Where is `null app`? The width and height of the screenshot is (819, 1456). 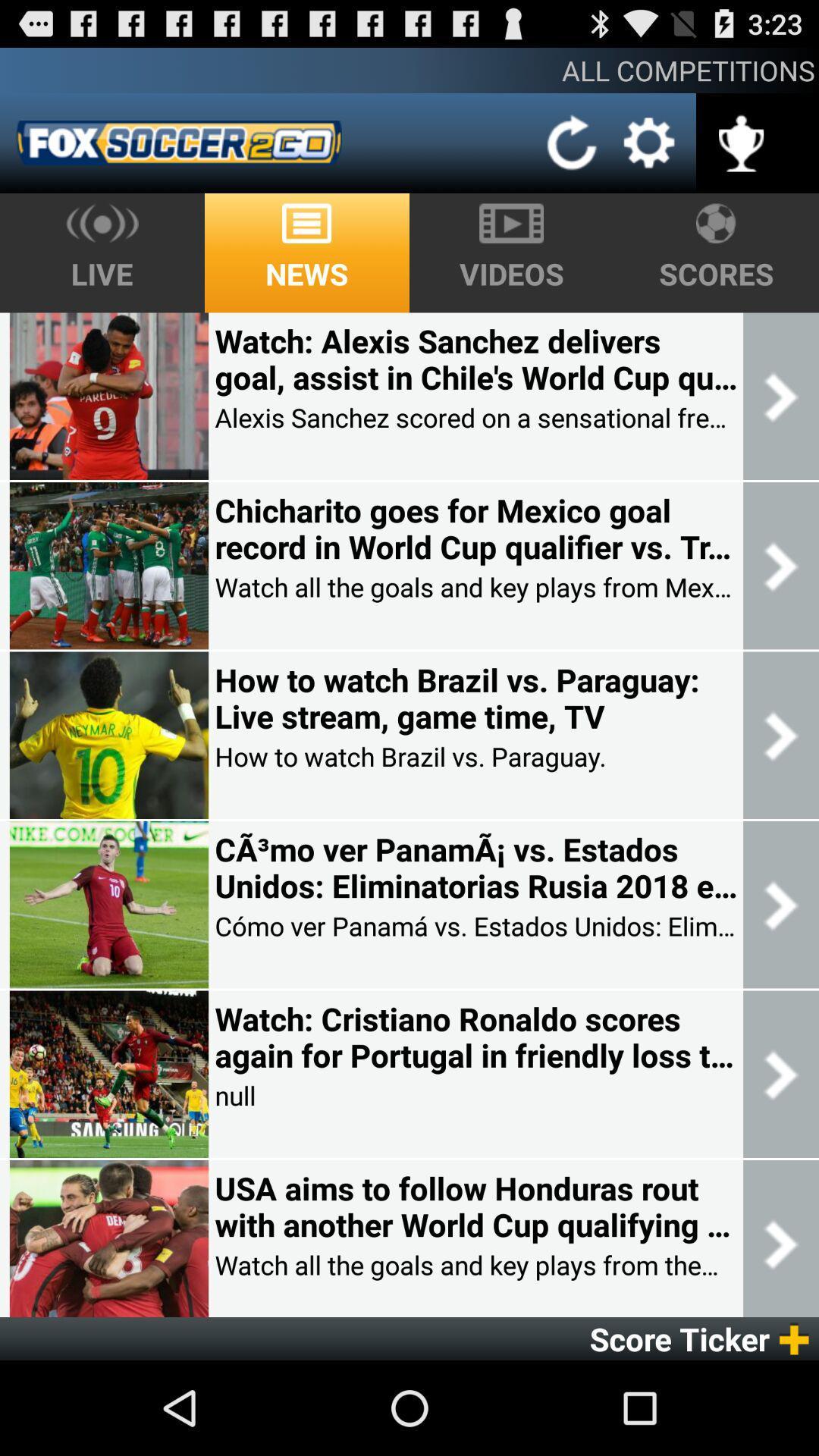 null app is located at coordinates (235, 1095).